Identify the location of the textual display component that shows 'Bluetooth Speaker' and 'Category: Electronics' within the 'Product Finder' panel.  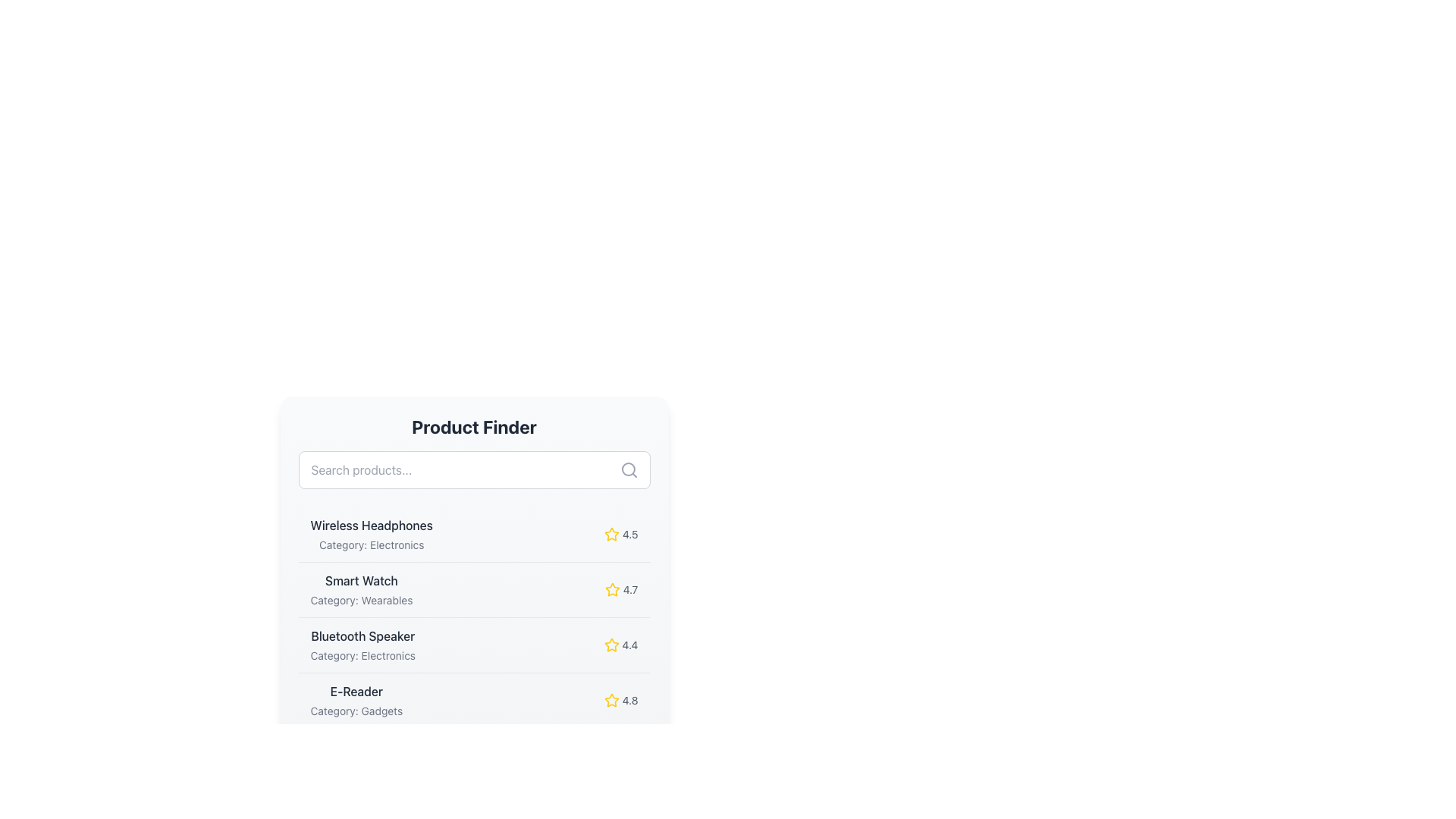
(362, 645).